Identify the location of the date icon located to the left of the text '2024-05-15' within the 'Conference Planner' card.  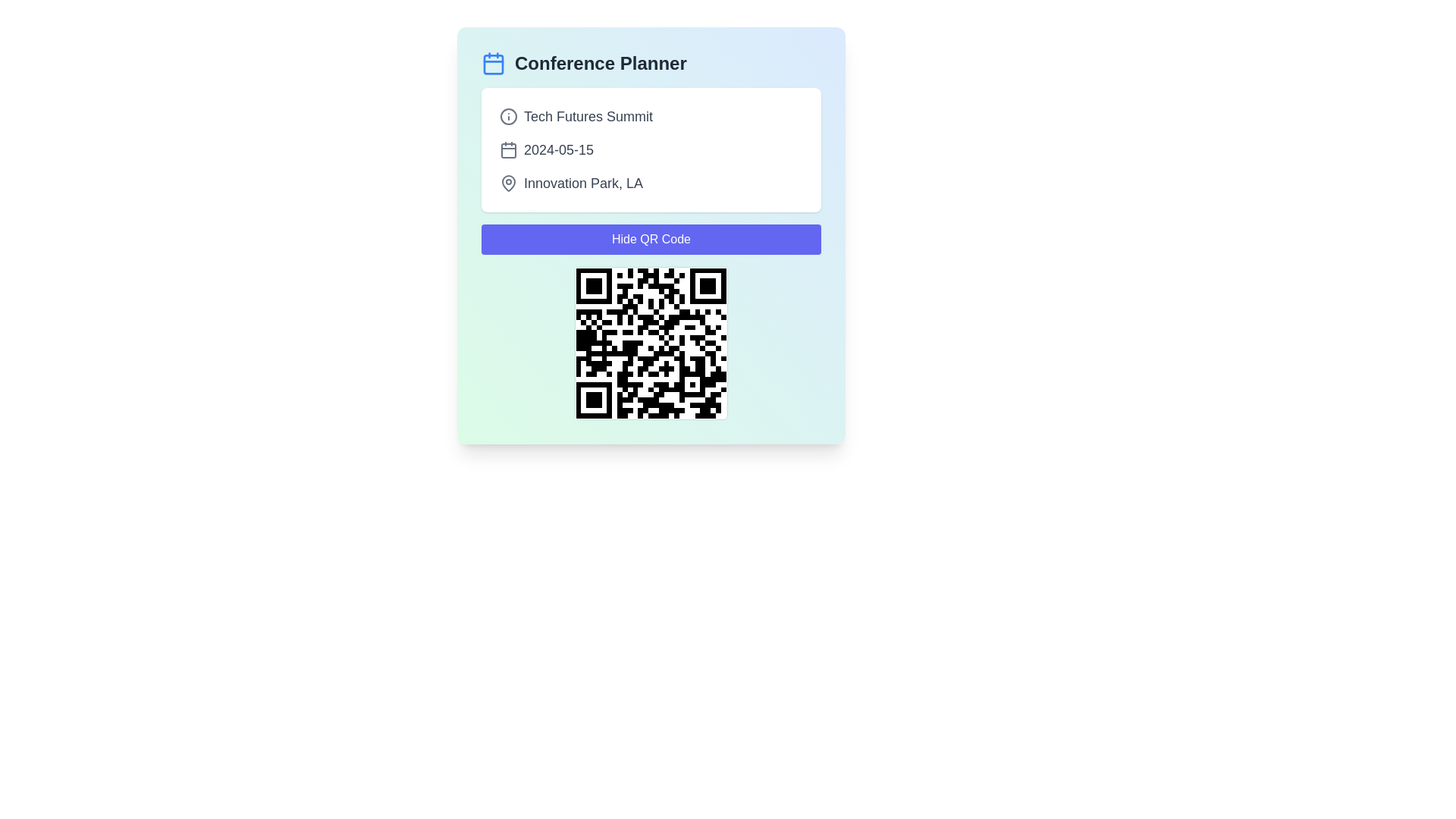
(509, 151).